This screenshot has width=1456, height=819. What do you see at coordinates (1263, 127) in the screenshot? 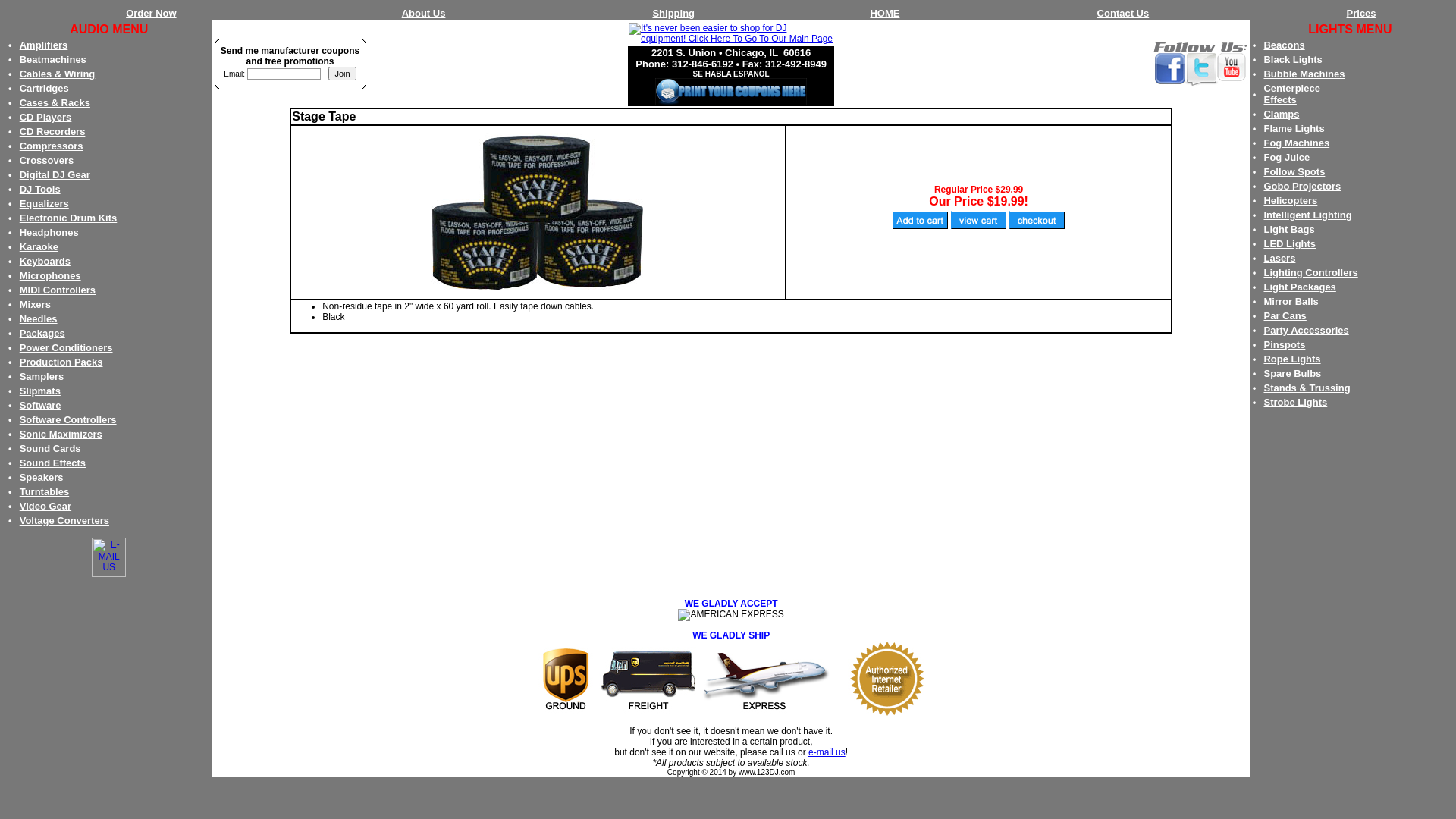
I see `'Flame Lights'` at bounding box center [1263, 127].